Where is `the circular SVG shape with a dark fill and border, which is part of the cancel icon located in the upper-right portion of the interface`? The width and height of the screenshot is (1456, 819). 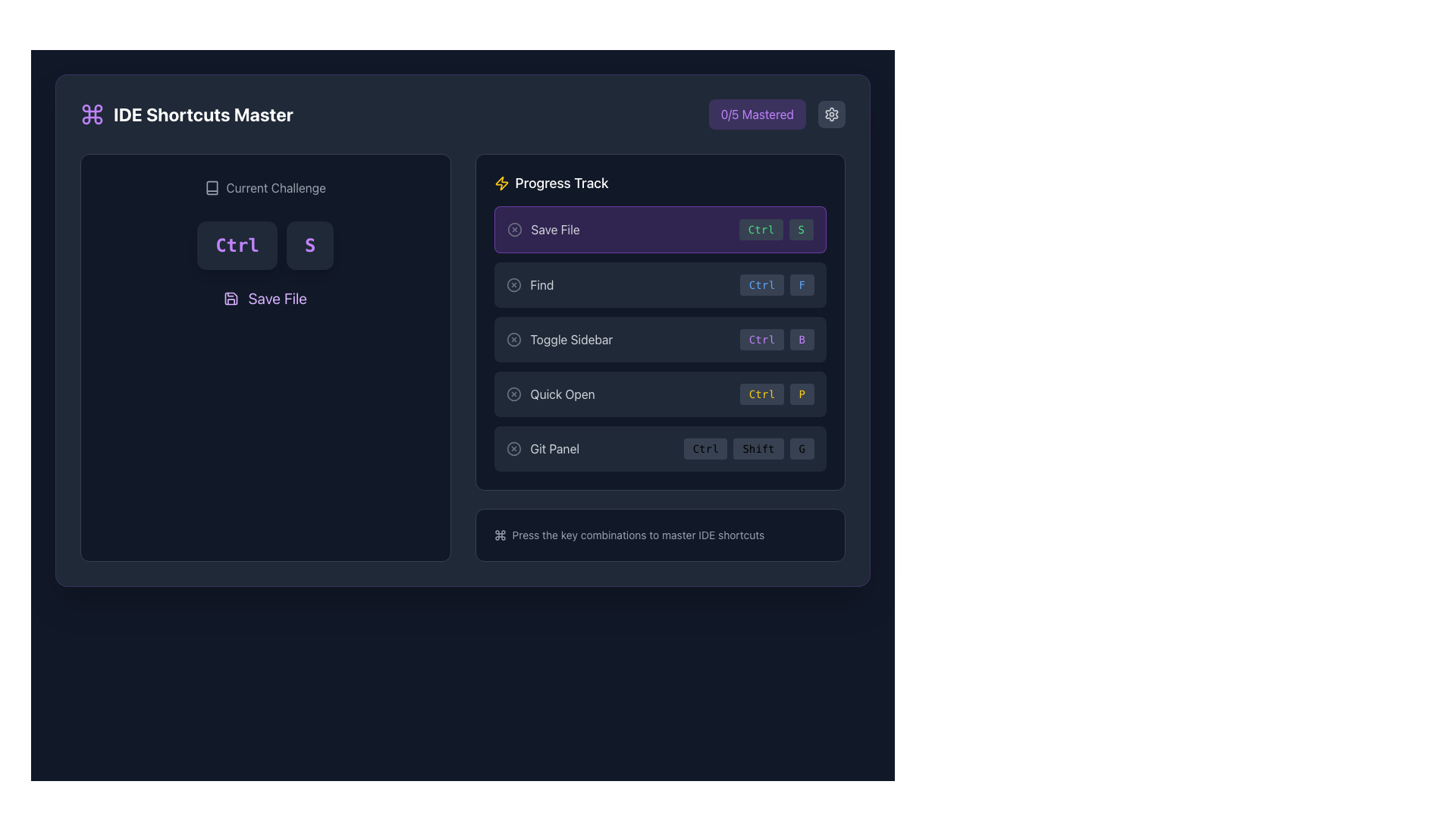
the circular SVG shape with a dark fill and border, which is part of the cancel icon located in the upper-right portion of the interface is located at coordinates (513, 447).